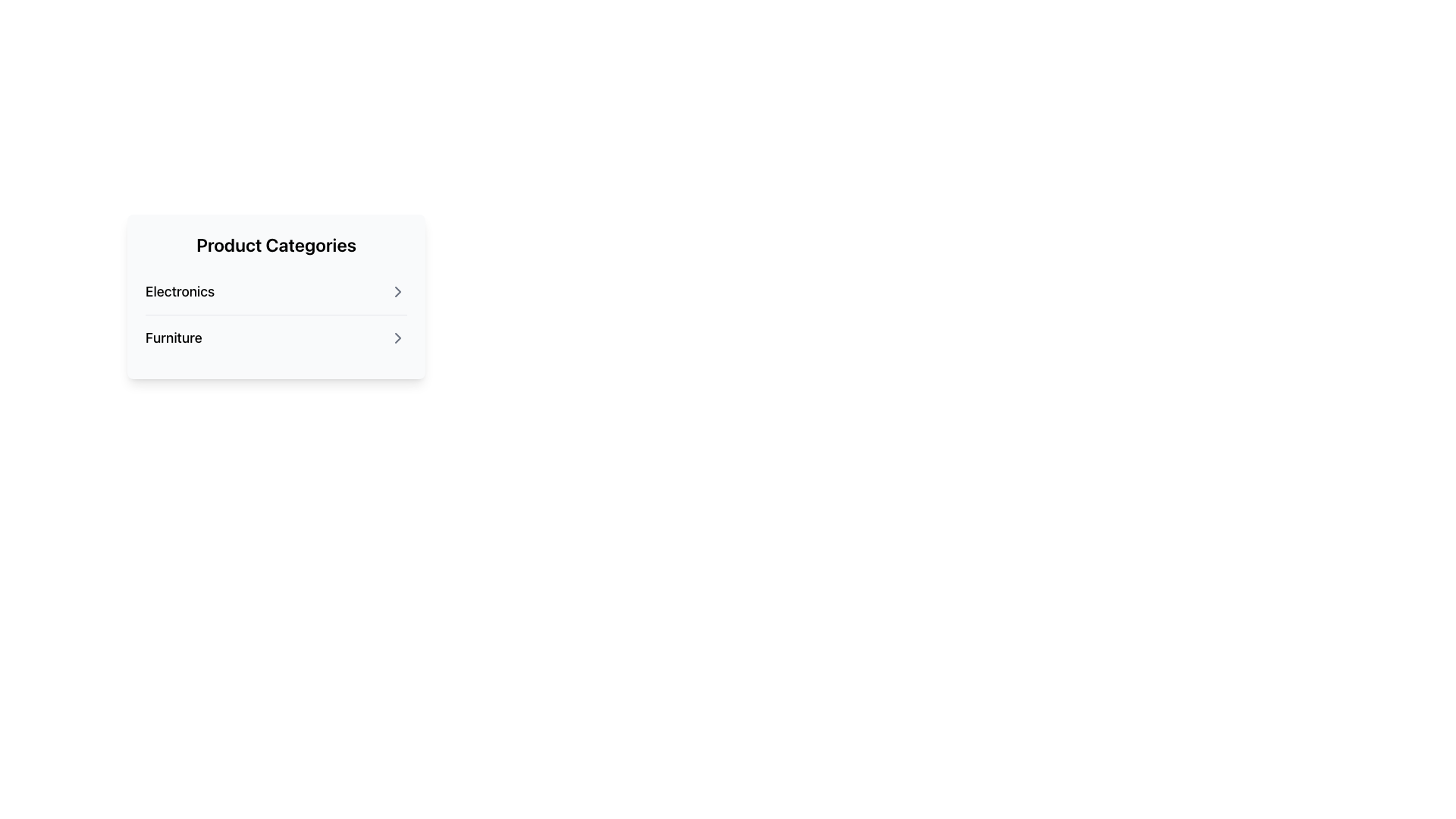 The image size is (1456, 819). What do you see at coordinates (276, 327) in the screenshot?
I see `the second list item in the modal under 'Product Categories'` at bounding box center [276, 327].